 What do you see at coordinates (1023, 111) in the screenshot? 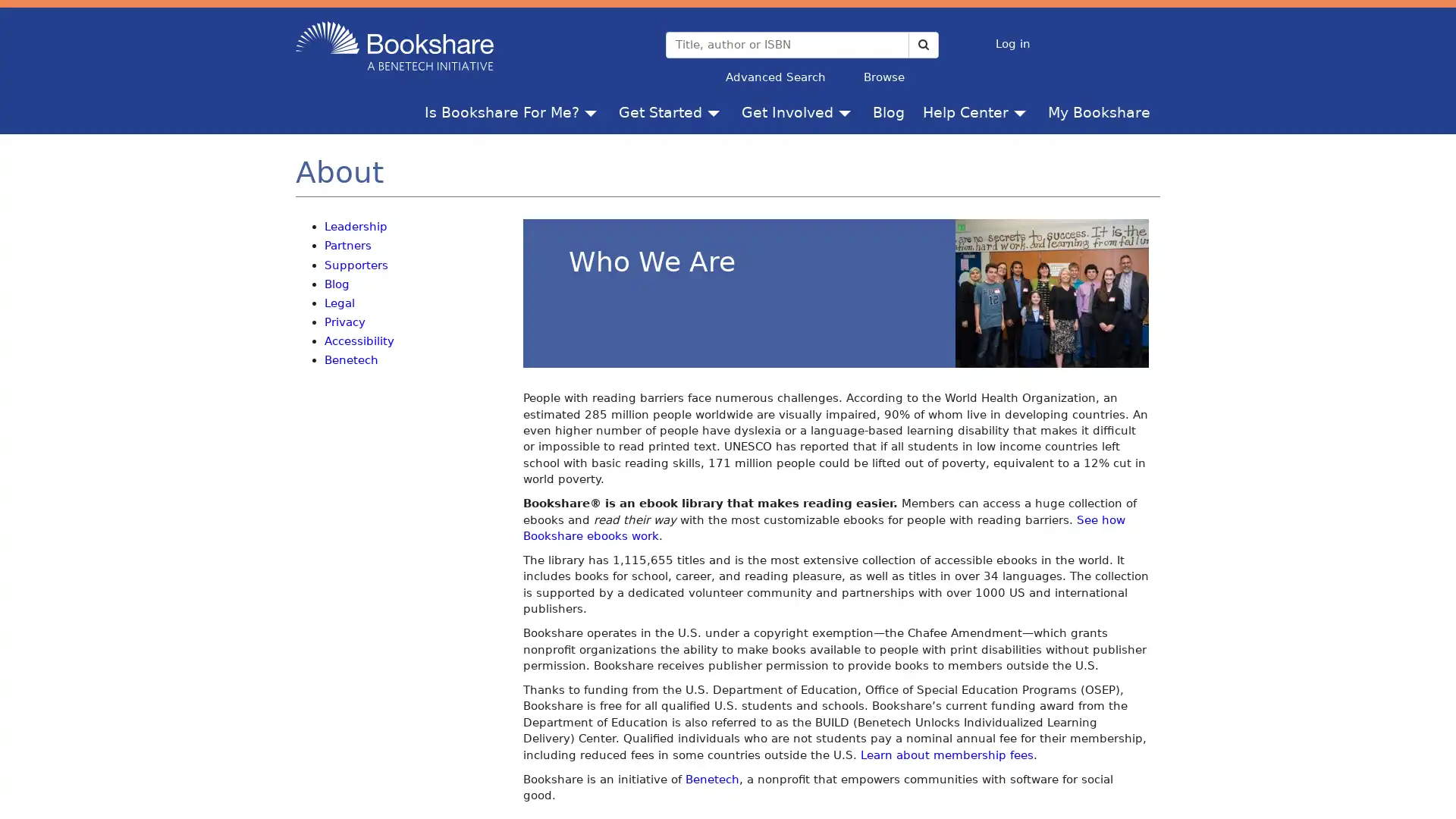
I see `Help Center menu` at bounding box center [1023, 111].